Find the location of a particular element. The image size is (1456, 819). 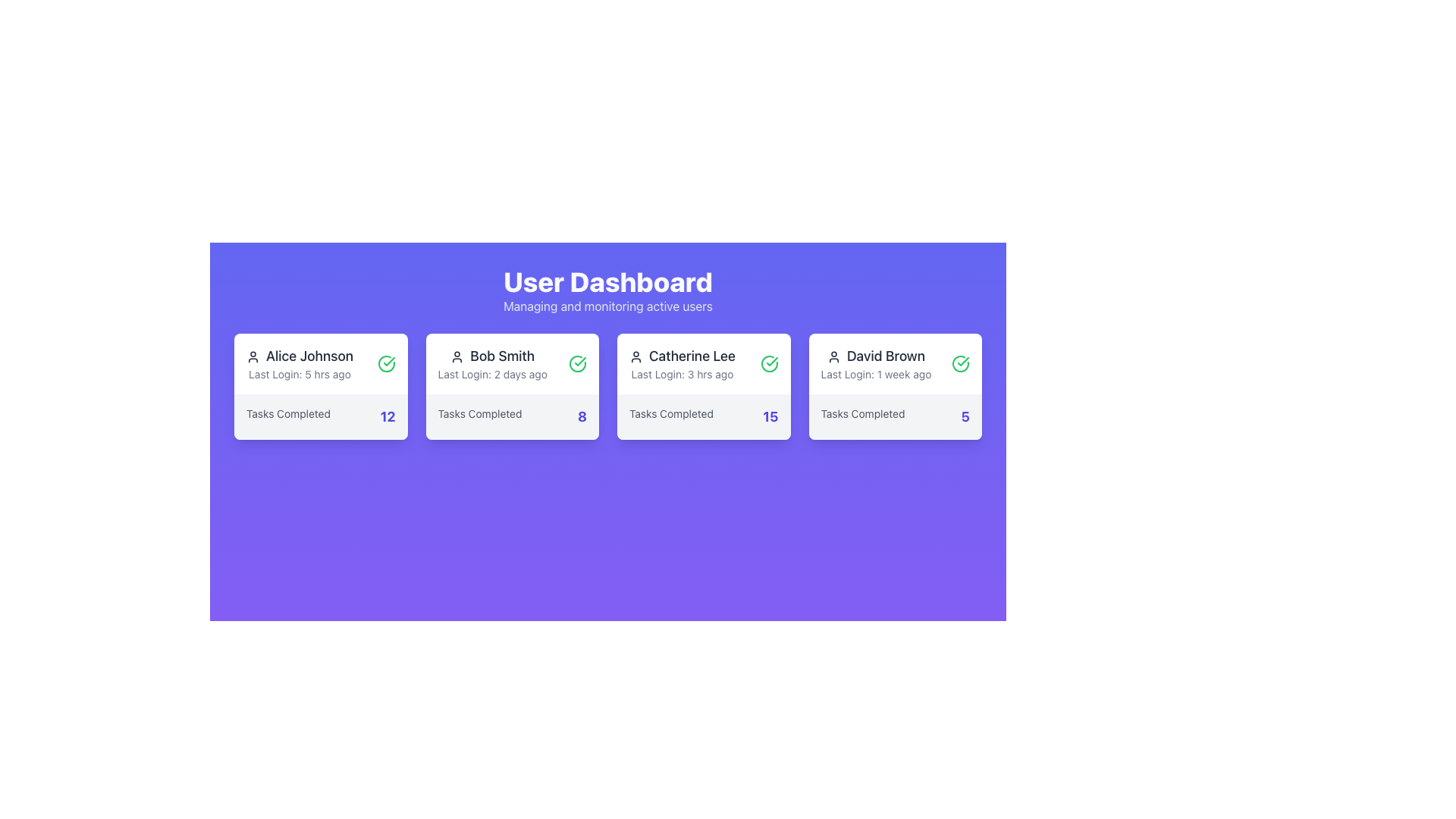

the user avatar icon associated with 'Alice Johnson' located at the top-left corner of the card in the User Dashboard for potential interactivity is located at coordinates (253, 356).